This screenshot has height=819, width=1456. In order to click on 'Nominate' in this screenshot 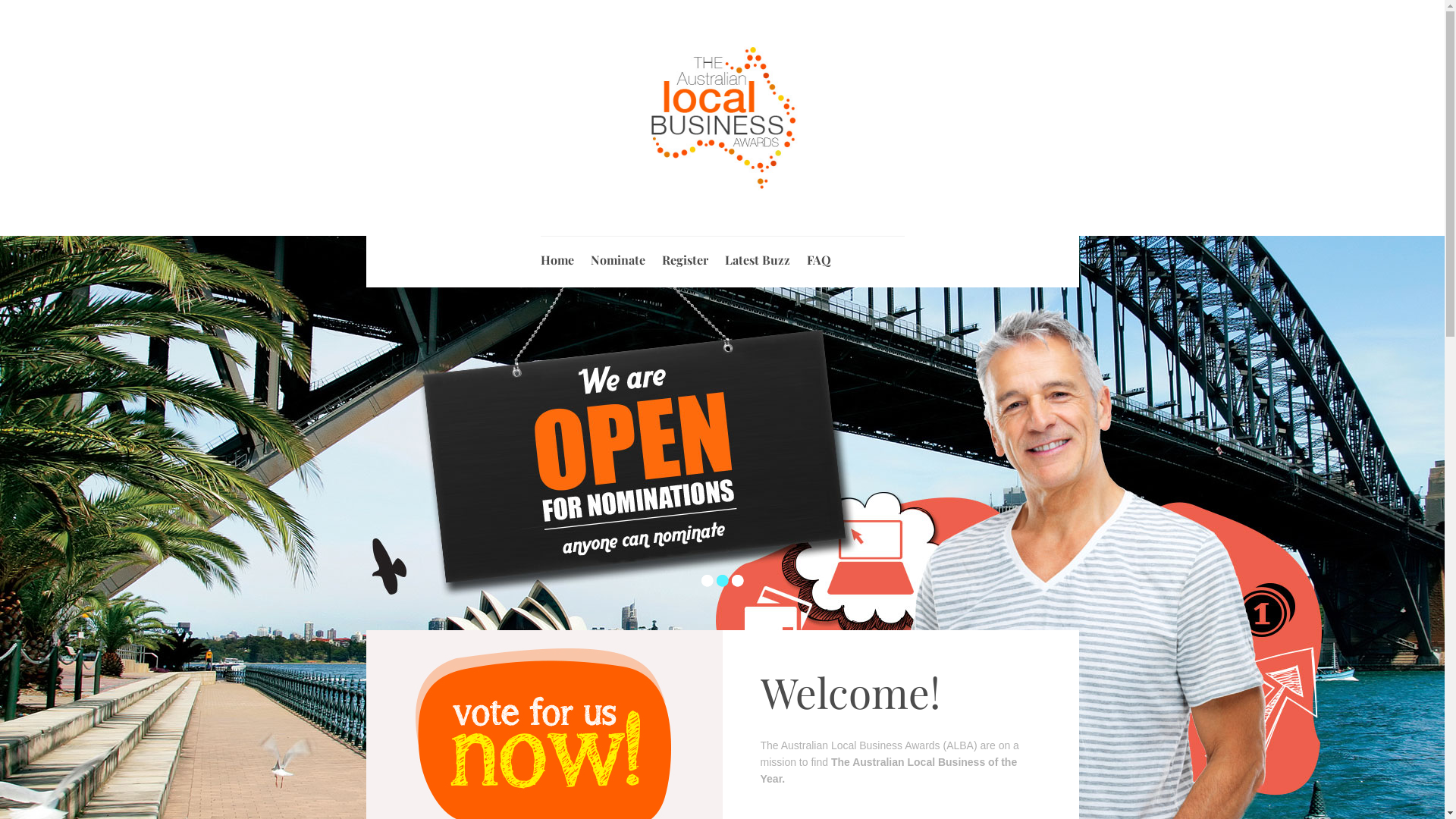, I will do `click(617, 254)`.